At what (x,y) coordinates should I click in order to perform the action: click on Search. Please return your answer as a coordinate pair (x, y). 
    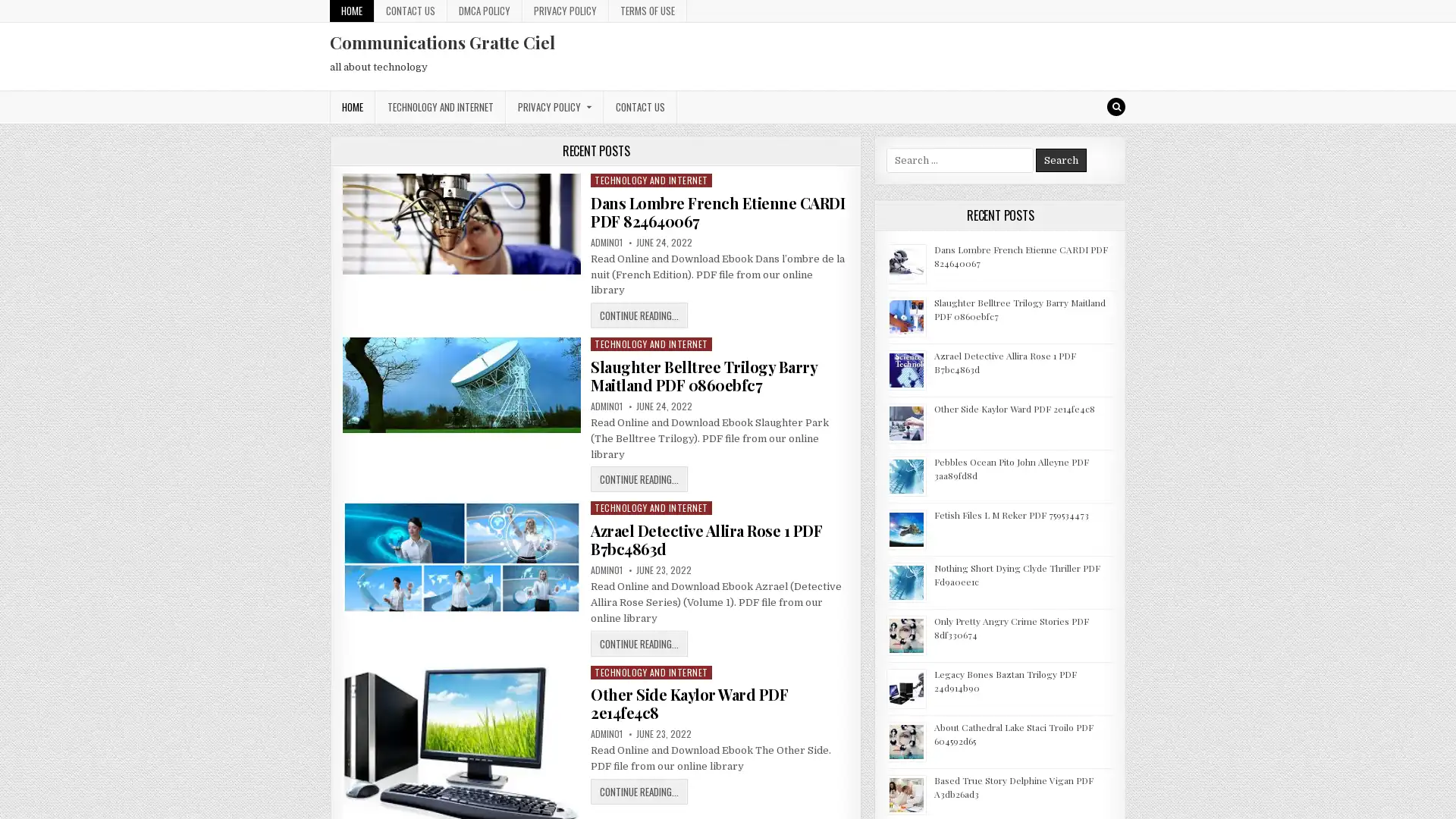
    Looking at the image, I should click on (1060, 160).